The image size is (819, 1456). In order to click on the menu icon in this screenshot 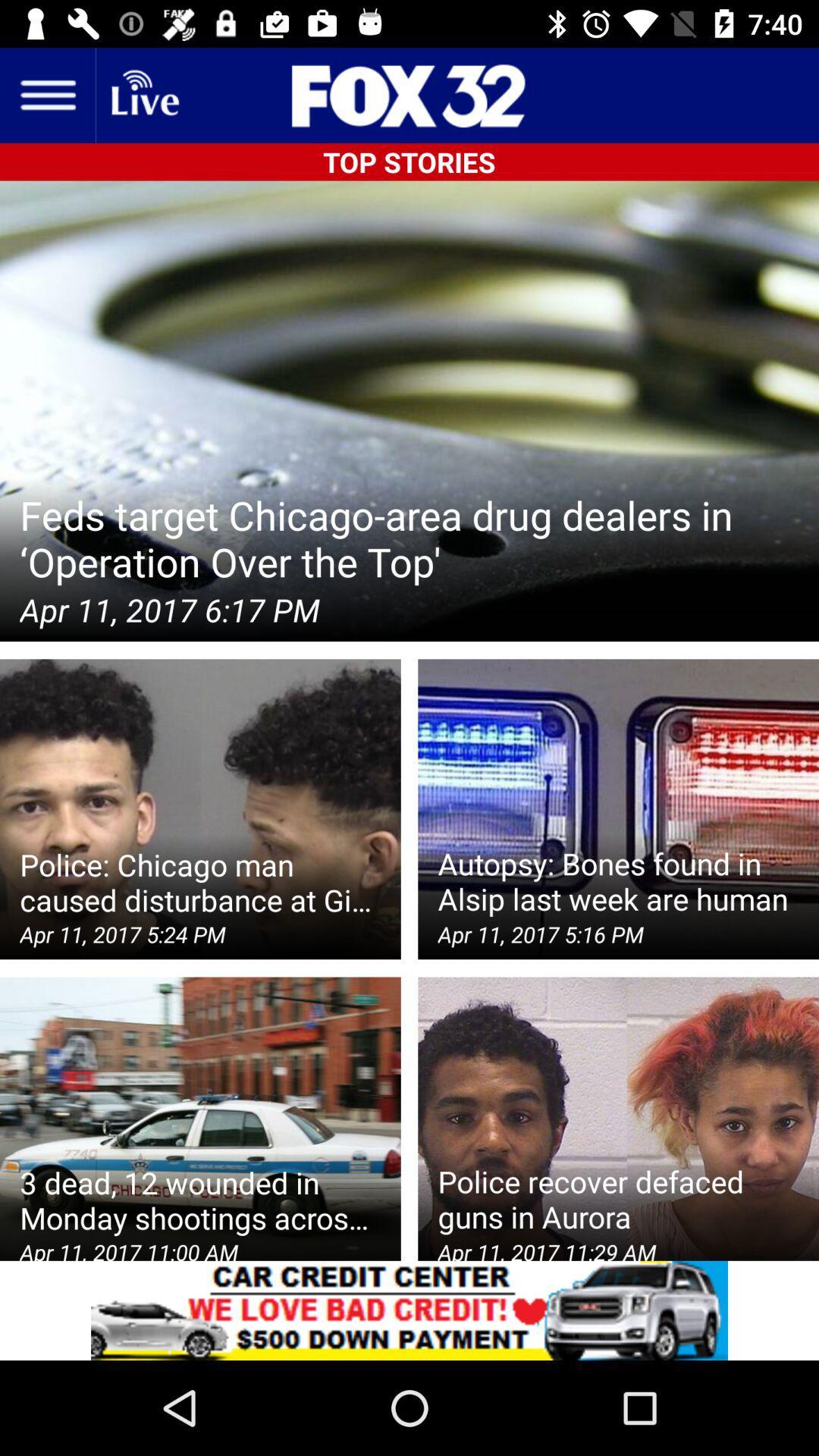, I will do `click(46, 94)`.